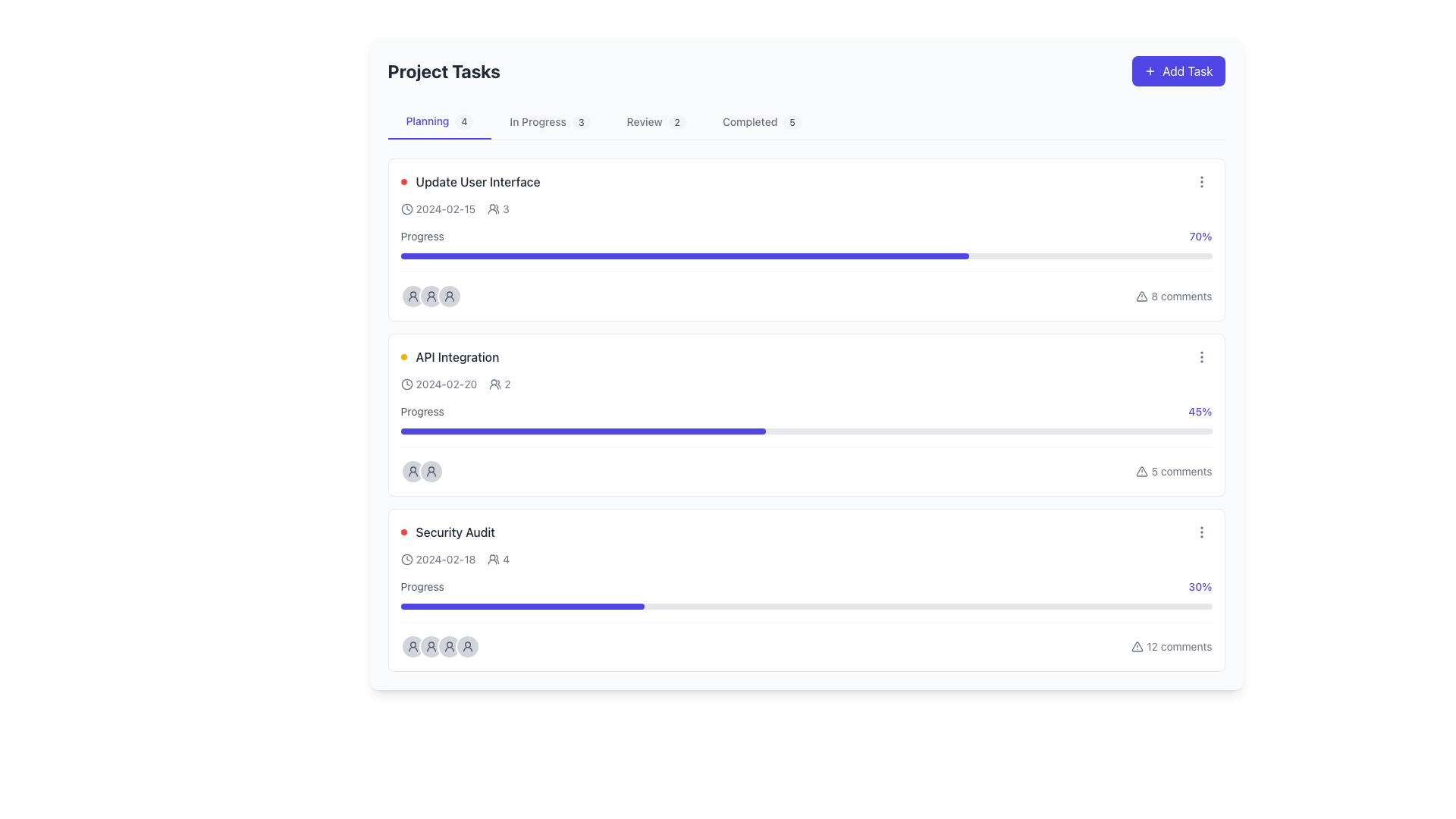  Describe the element at coordinates (430, 646) in the screenshot. I see `the second user profile icon in the 'Security Audit' task section` at that location.